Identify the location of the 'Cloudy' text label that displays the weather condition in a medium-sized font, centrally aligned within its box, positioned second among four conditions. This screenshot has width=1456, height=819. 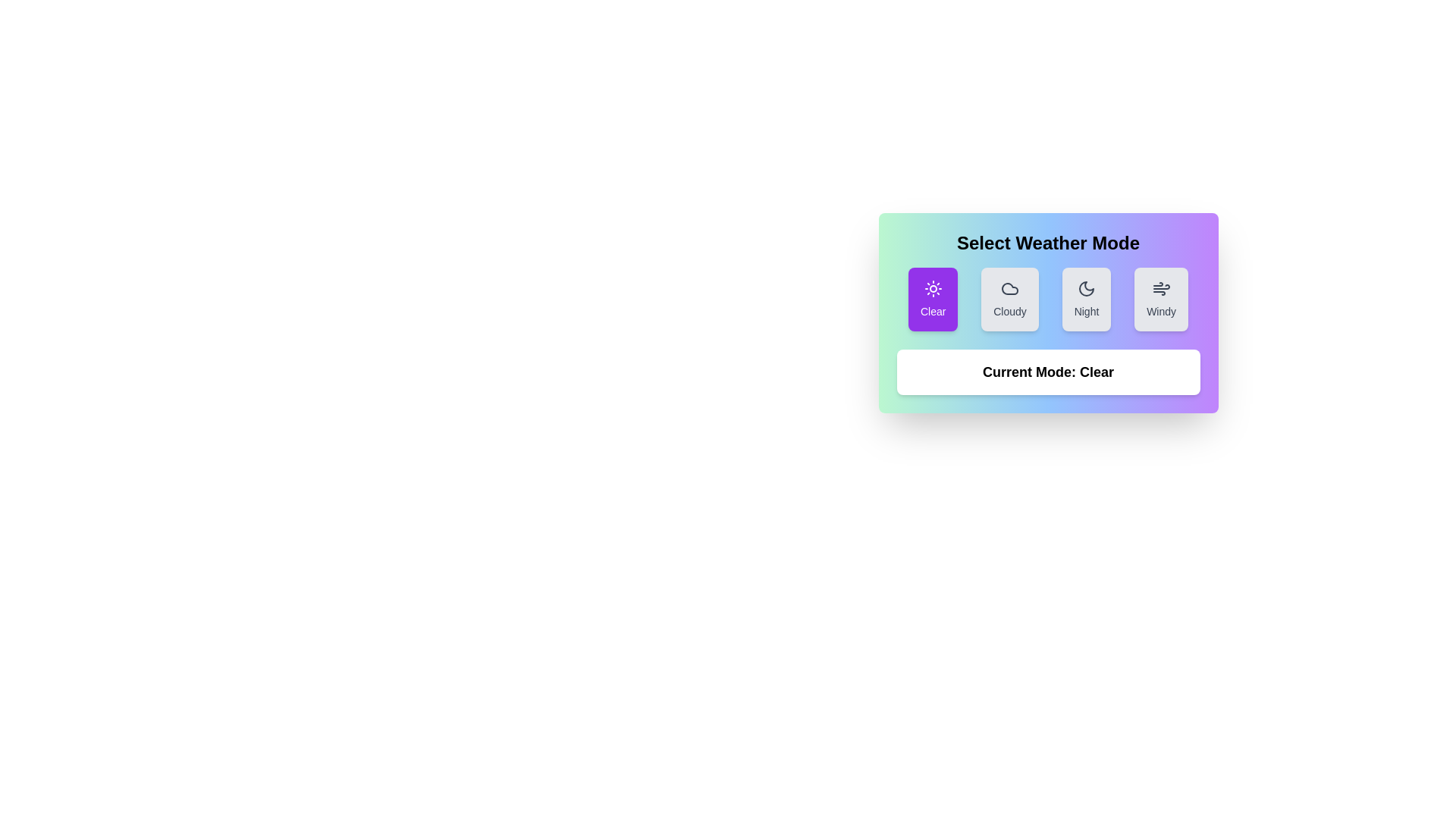
(1009, 311).